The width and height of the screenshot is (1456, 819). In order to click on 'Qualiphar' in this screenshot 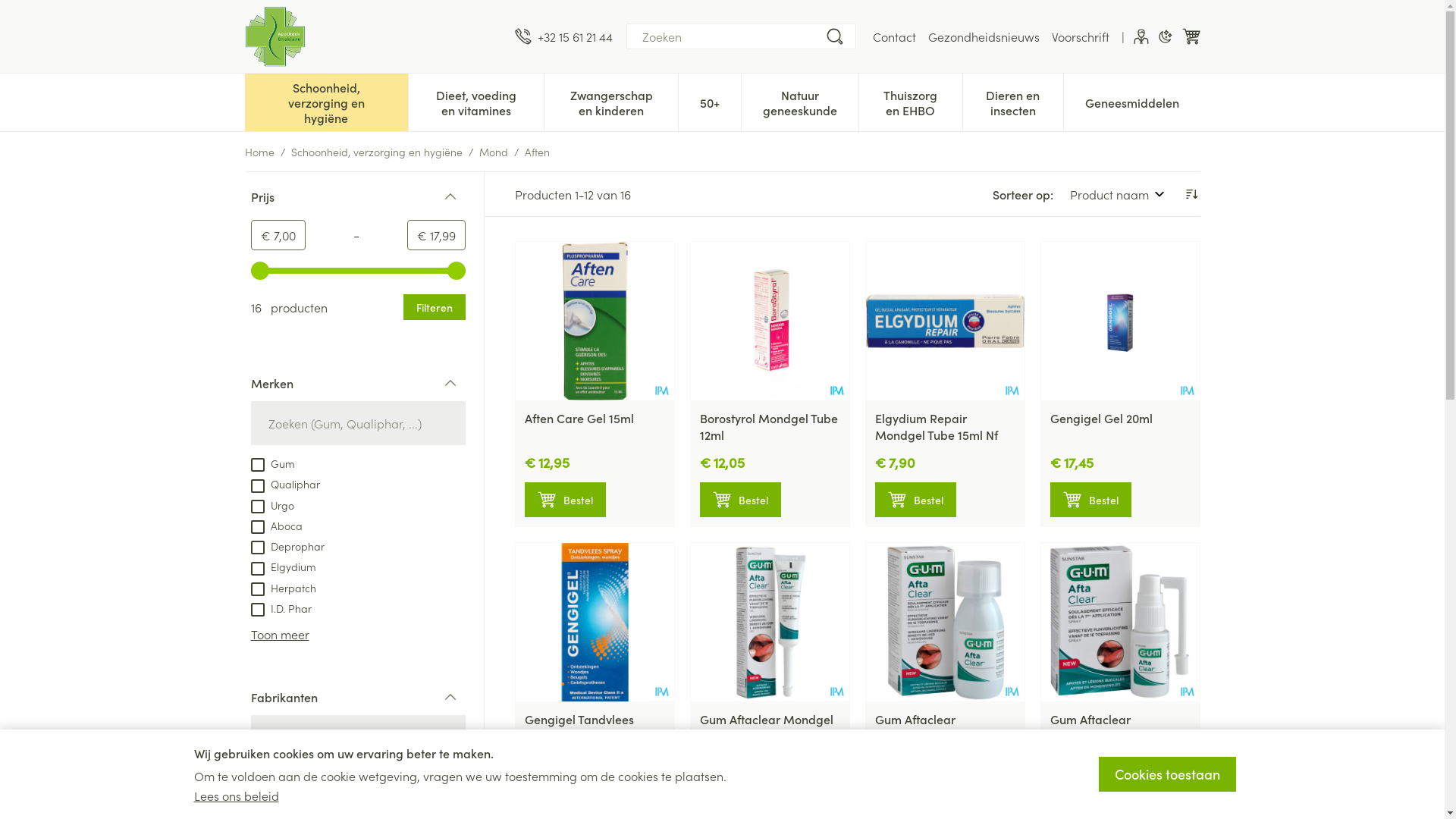, I will do `click(250, 482)`.